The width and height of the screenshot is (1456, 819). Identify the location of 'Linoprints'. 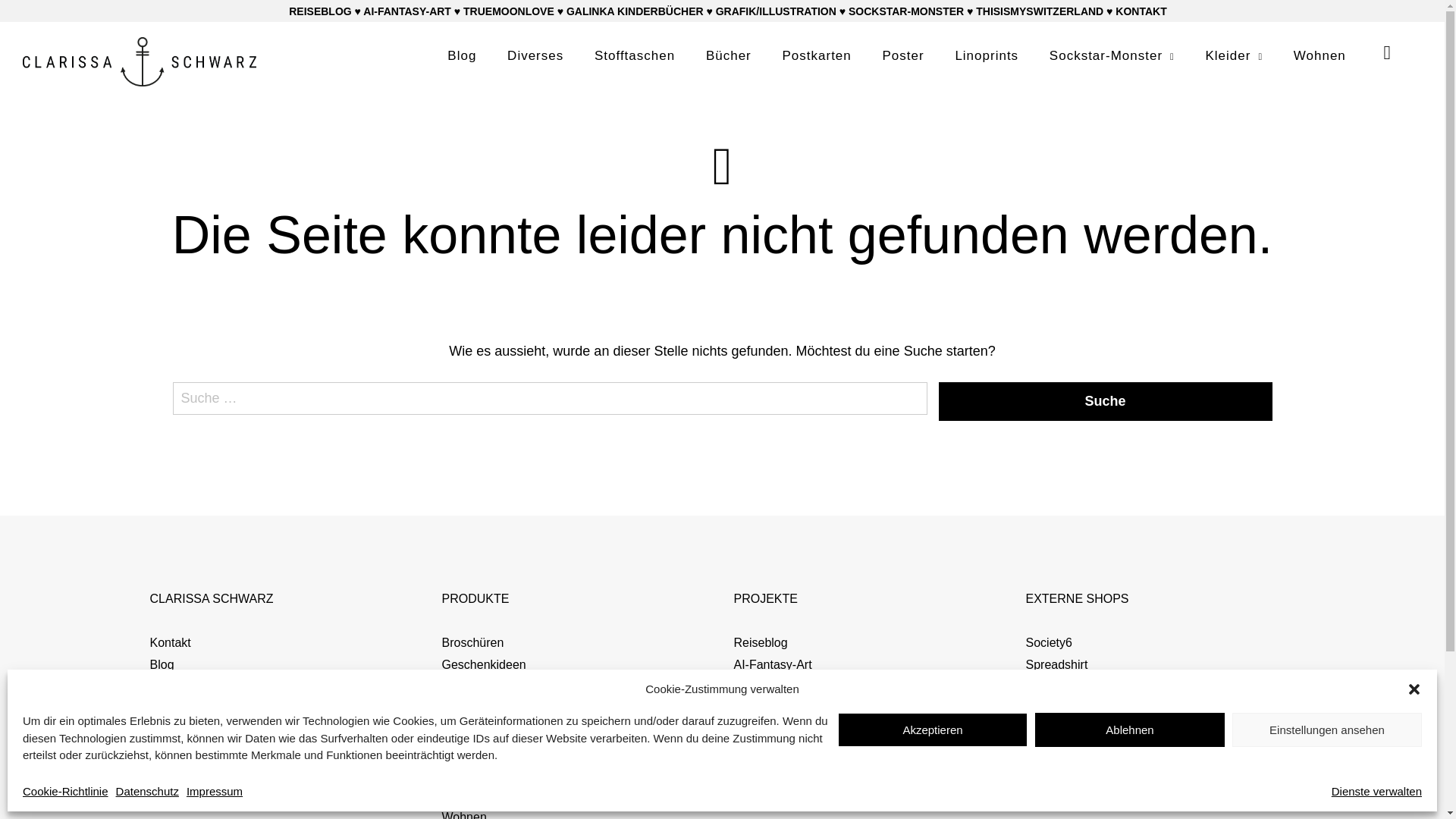
(986, 55).